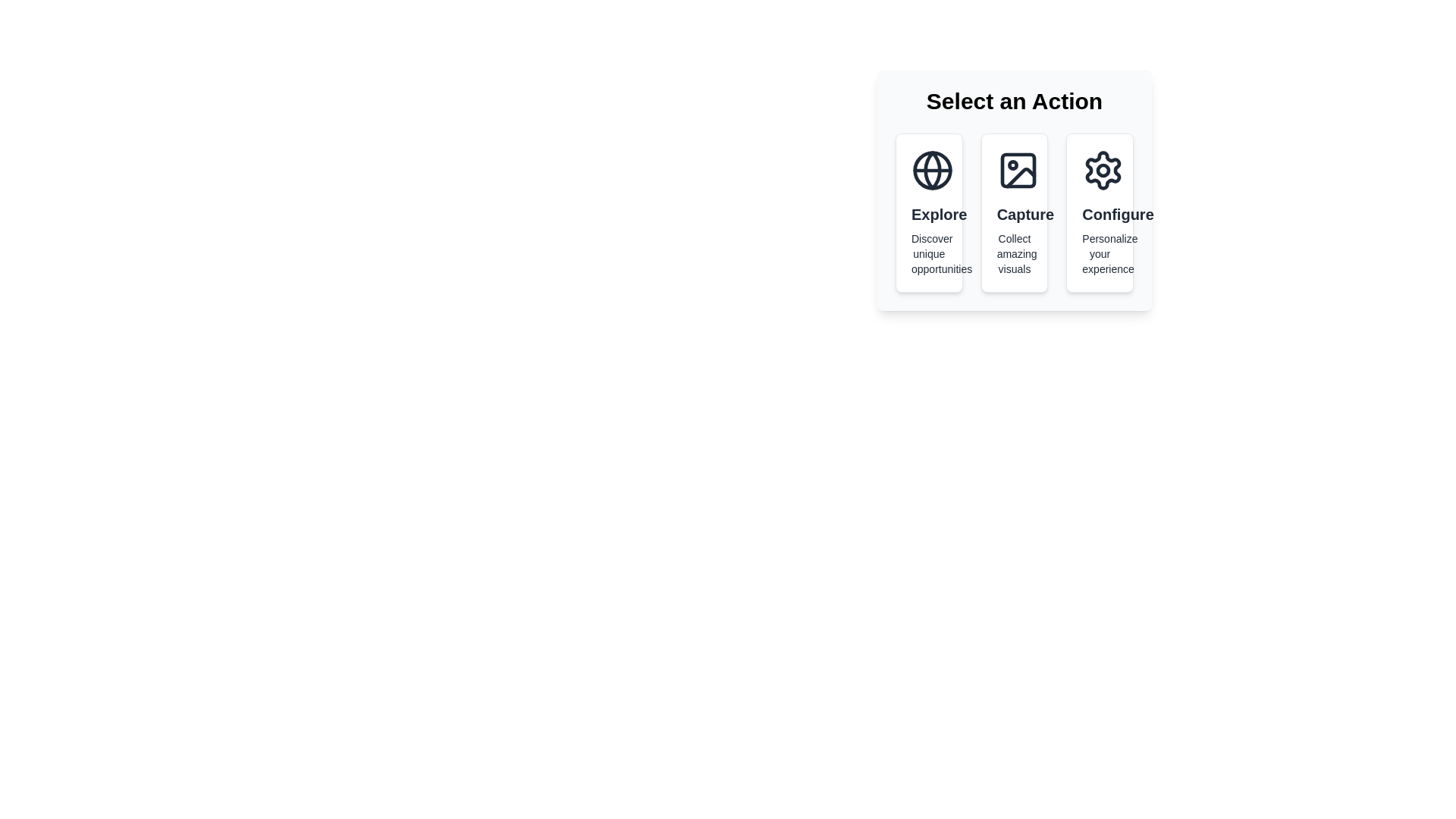  Describe the element at coordinates (1015, 214) in the screenshot. I see `the 'Capture' text label, which is styled in bold and larger font, positioned centrally below an image icon and above a smaller text description` at that location.